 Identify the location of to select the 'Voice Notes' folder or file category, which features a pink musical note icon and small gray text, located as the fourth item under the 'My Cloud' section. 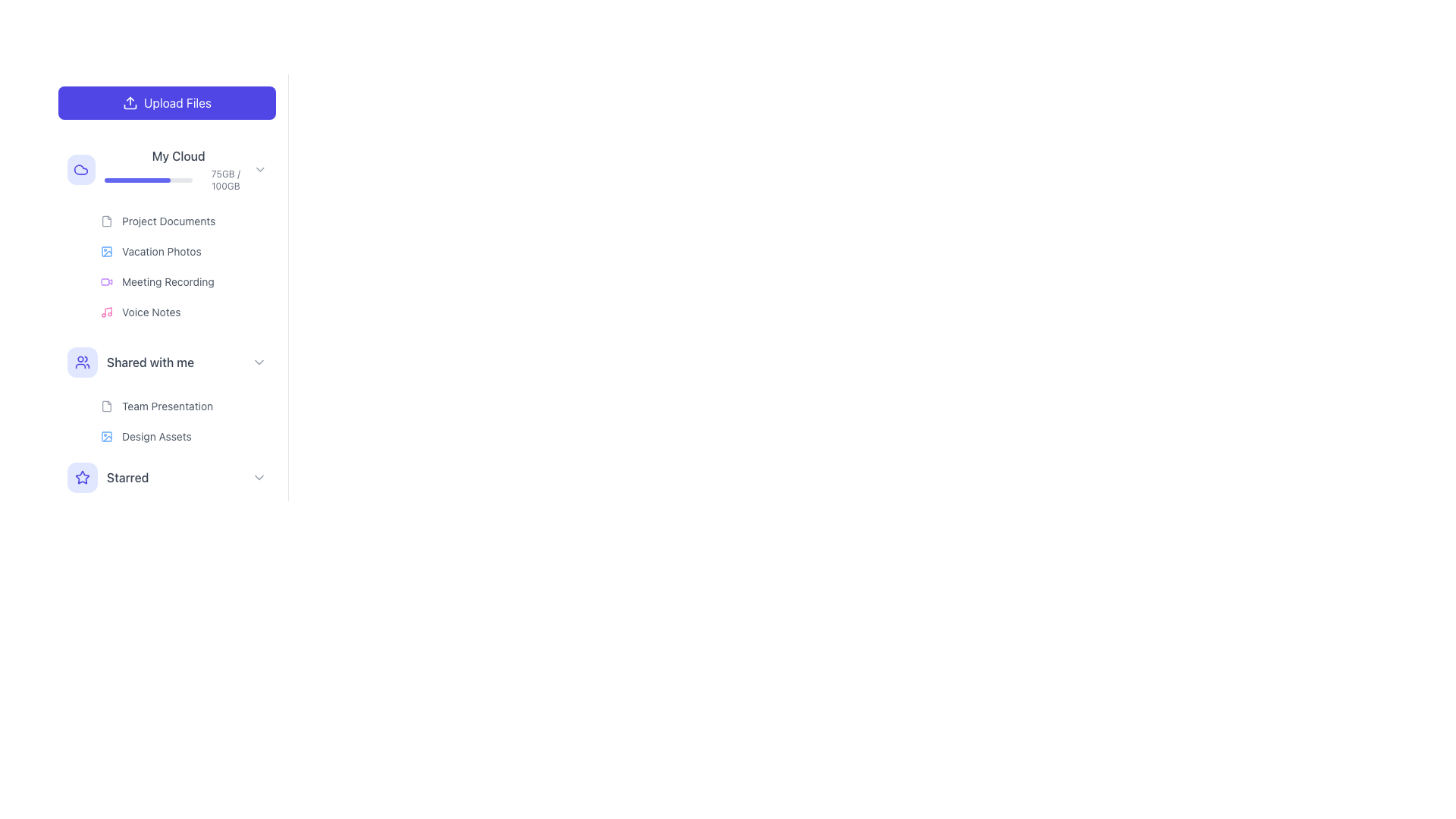
(140, 312).